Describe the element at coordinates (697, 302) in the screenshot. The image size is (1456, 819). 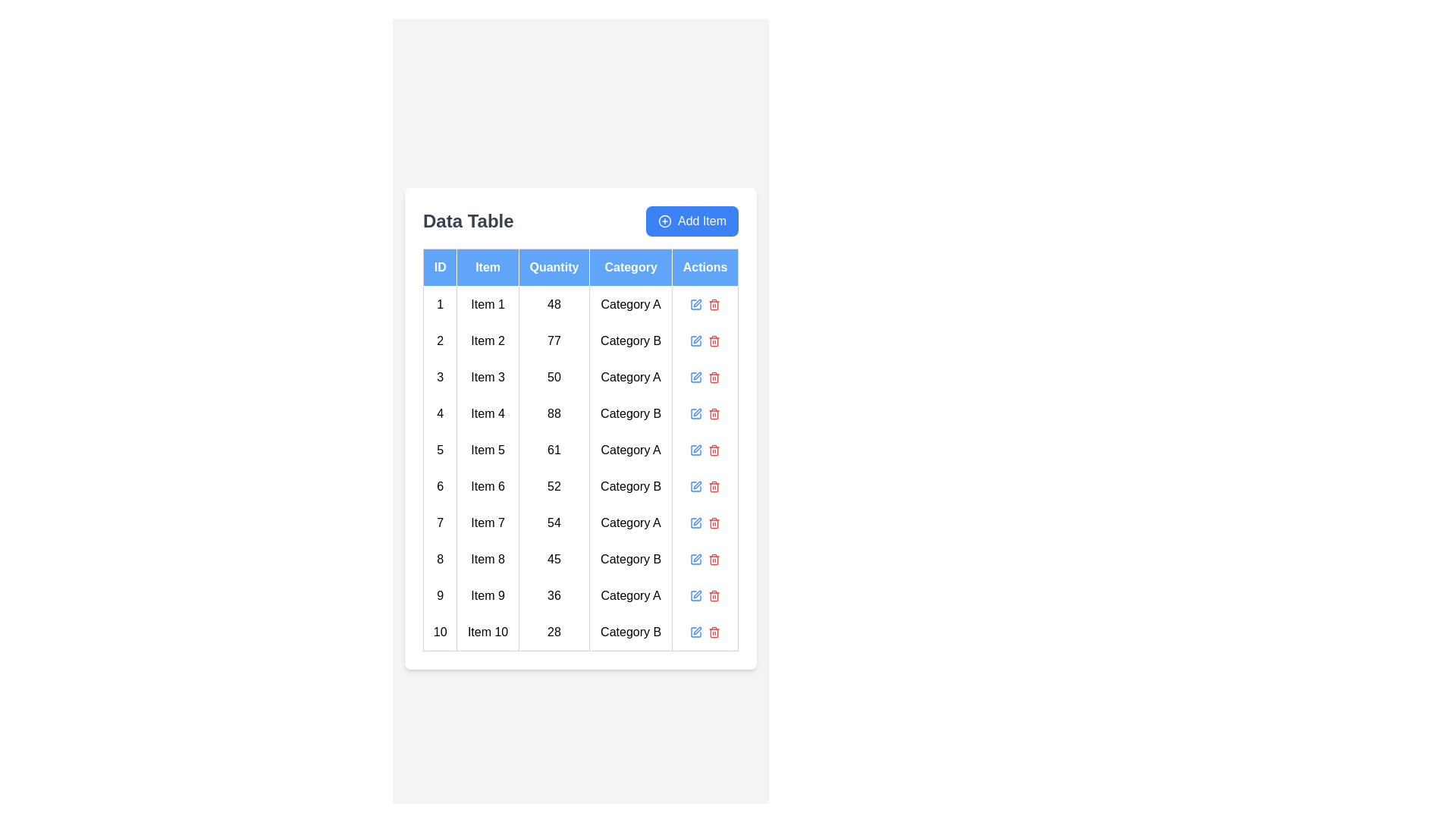
I see `the first icon in the 'Actions' column of the data table to initiate editing for the corresponding row` at that location.